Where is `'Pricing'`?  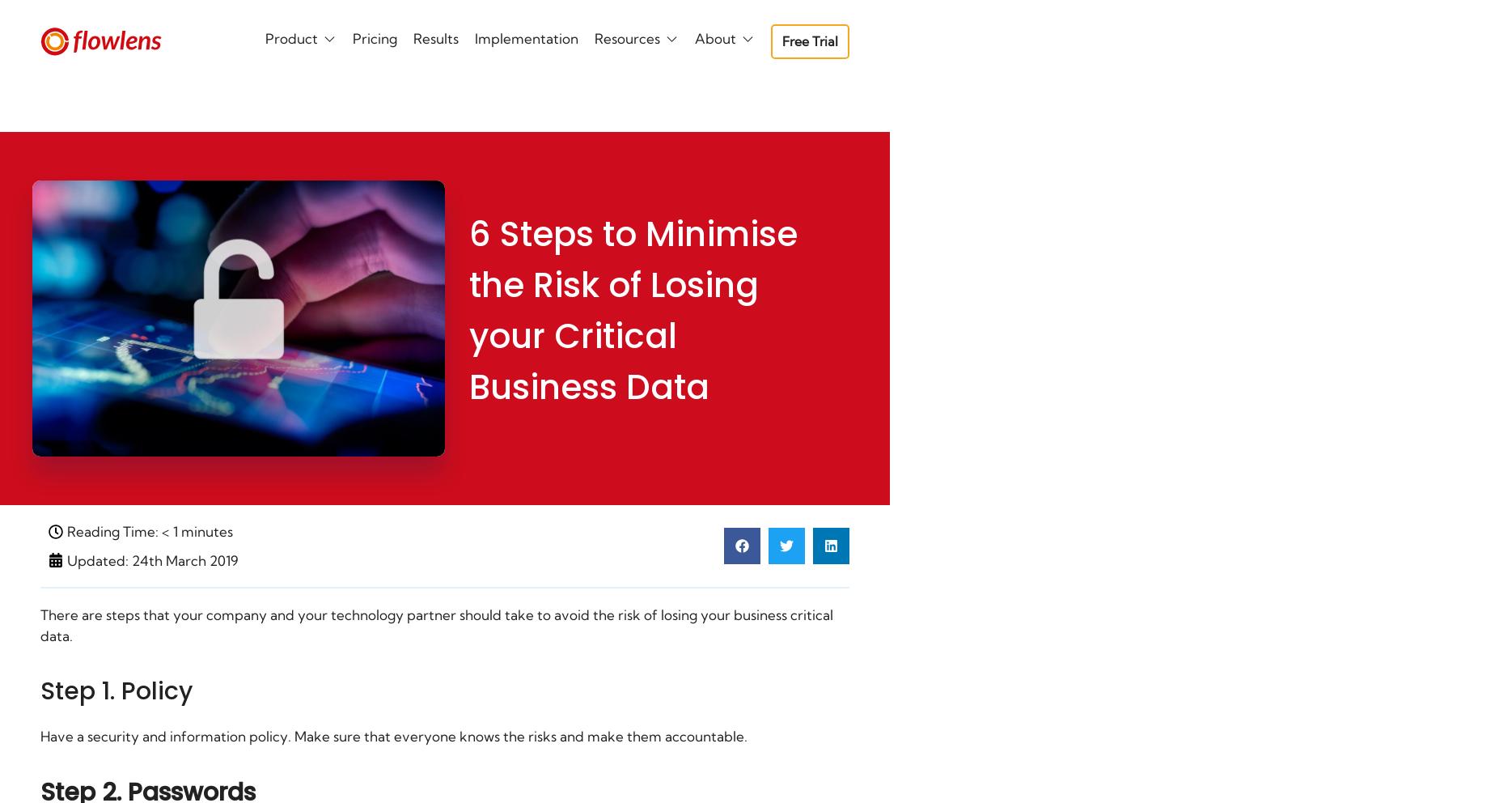 'Pricing' is located at coordinates (374, 38).